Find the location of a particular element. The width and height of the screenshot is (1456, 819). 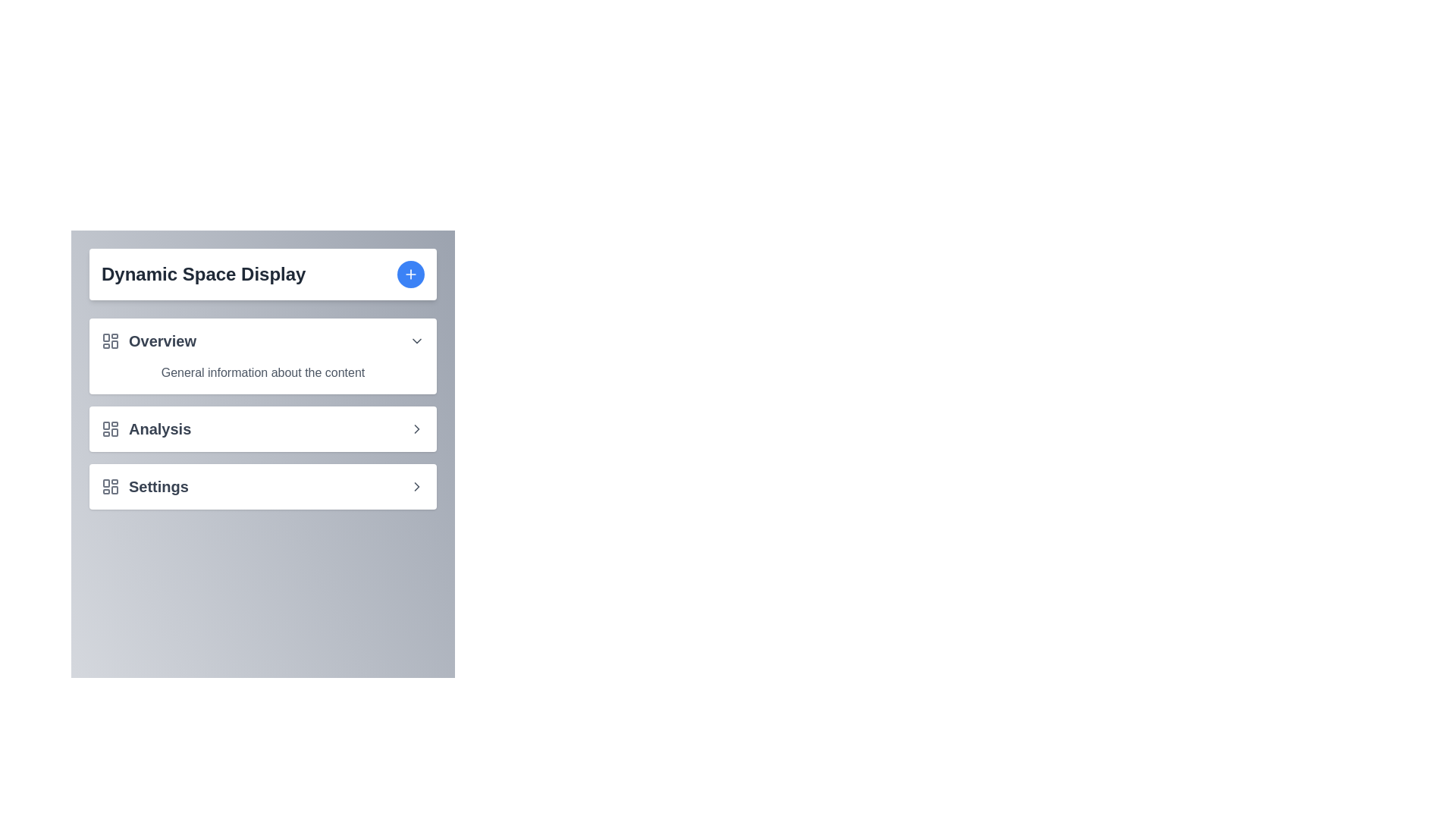

the 'Analysis' navigation element in the sidebar is located at coordinates (146, 429).